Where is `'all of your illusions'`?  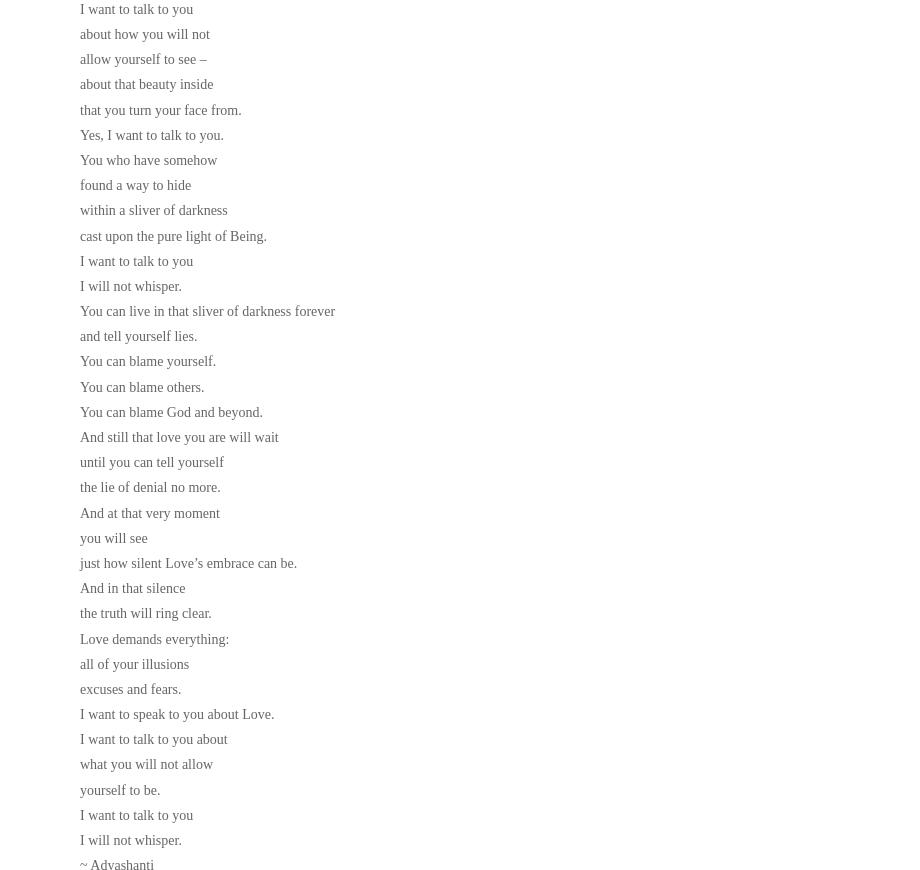
'all of your illusions' is located at coordinates (133, 663).